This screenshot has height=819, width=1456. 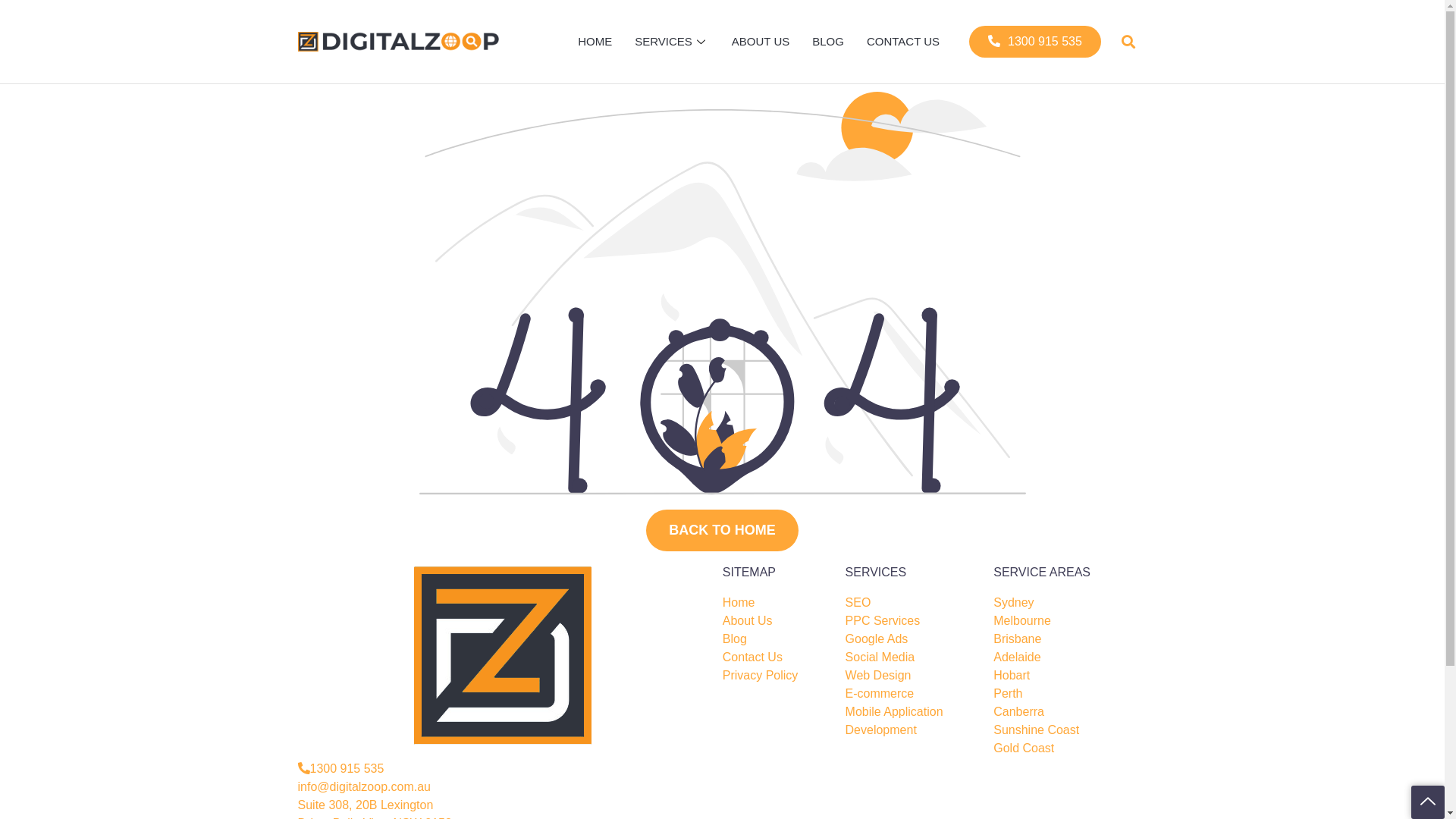 What do you see at coordinates (671, 40) in the screenshot?
I see `'SERVICES'` at bounding box center [671, 40].